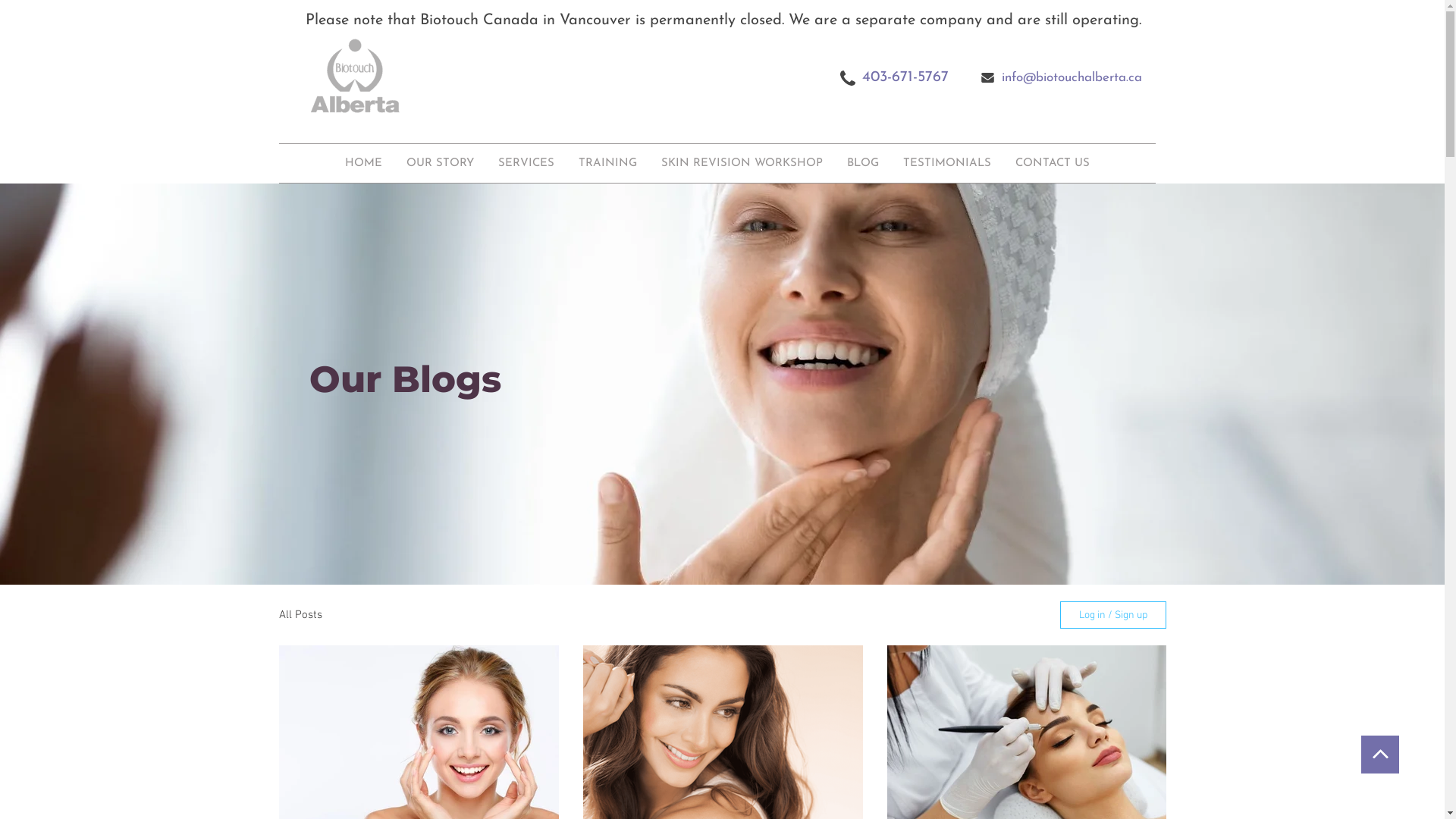 The image size is (1456, 819). What do you see at coordinates (1051, 163) in the screenshot?
I see `'CONTACT US'` at bounding box center [1051, 163].